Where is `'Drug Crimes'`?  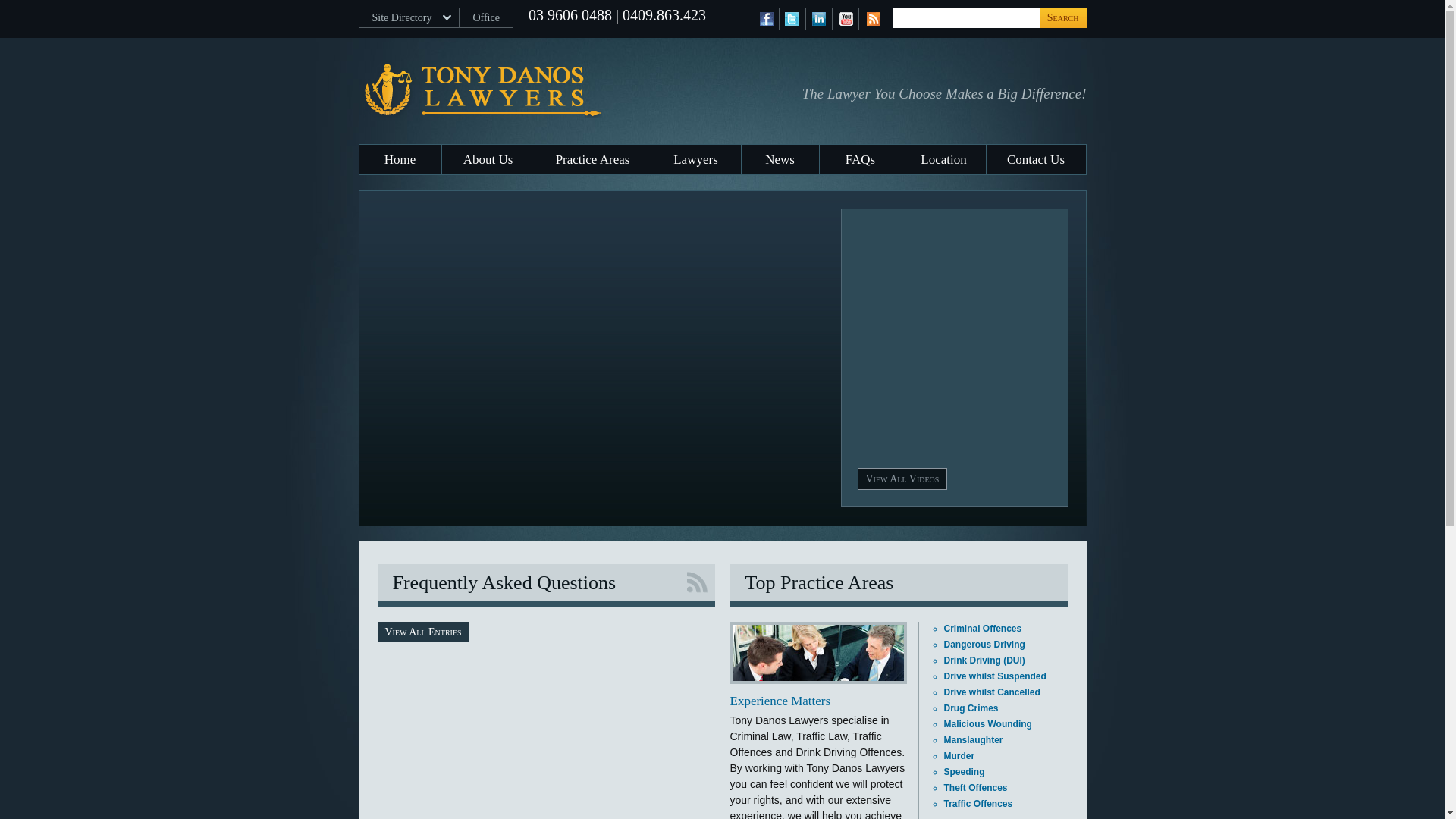 'Drug Crimes' is located at coordinates (942, 708).